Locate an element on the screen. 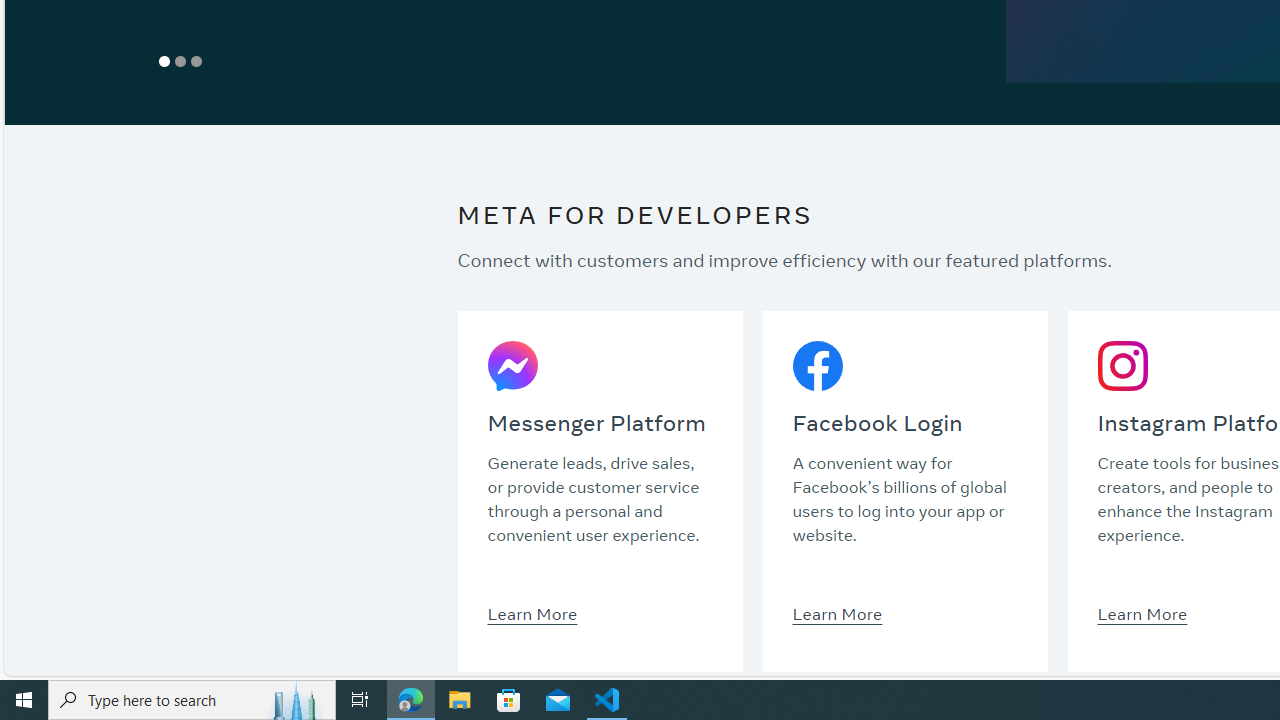  'Show Slide 1' is located at coordinates (165, 60).